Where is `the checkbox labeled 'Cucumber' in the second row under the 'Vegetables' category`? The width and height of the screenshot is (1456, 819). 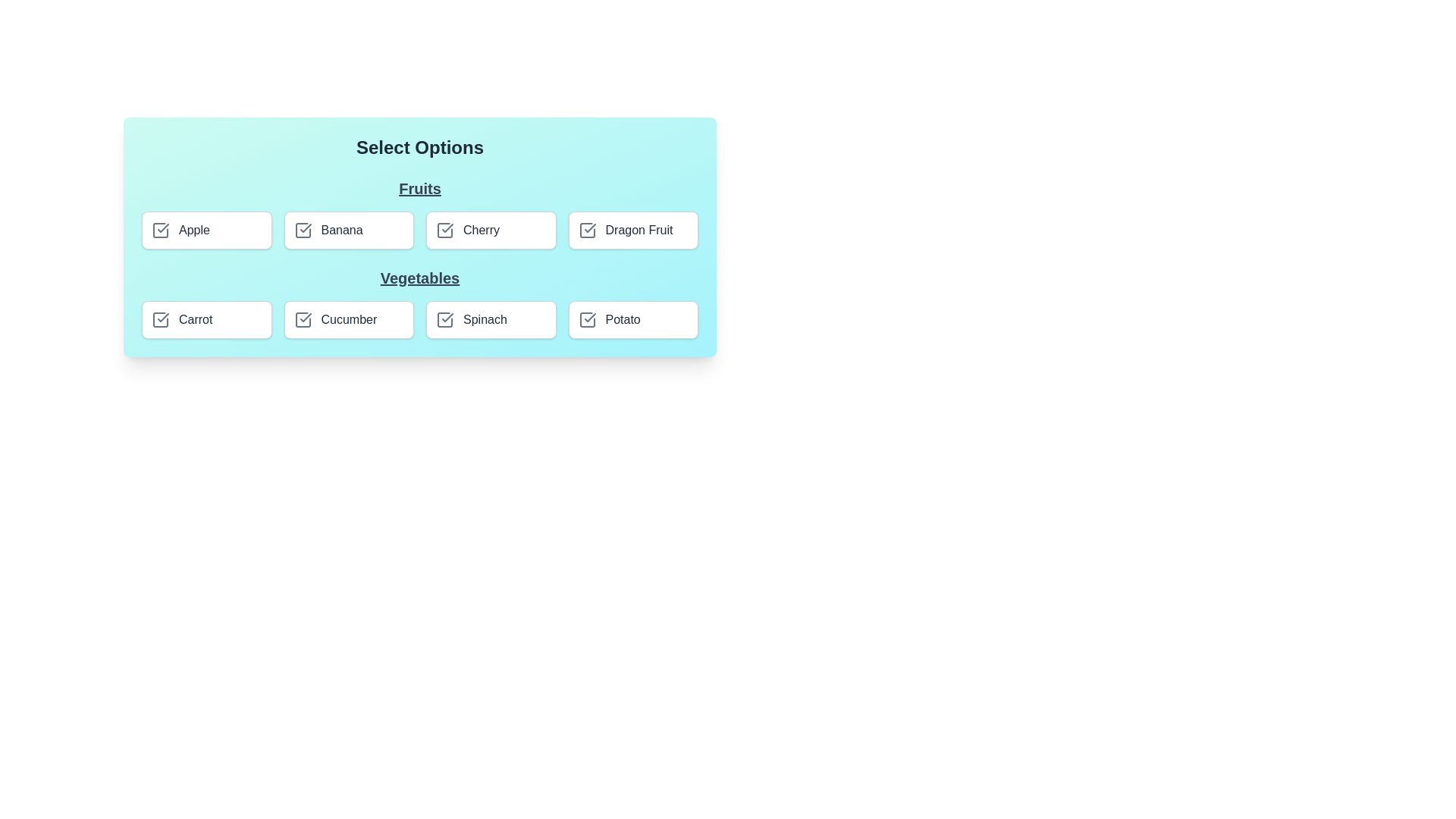
the checkbox labeled 'Cucumber' in the second row under the 'Vegetables' category is located at coordinates (303, 318).